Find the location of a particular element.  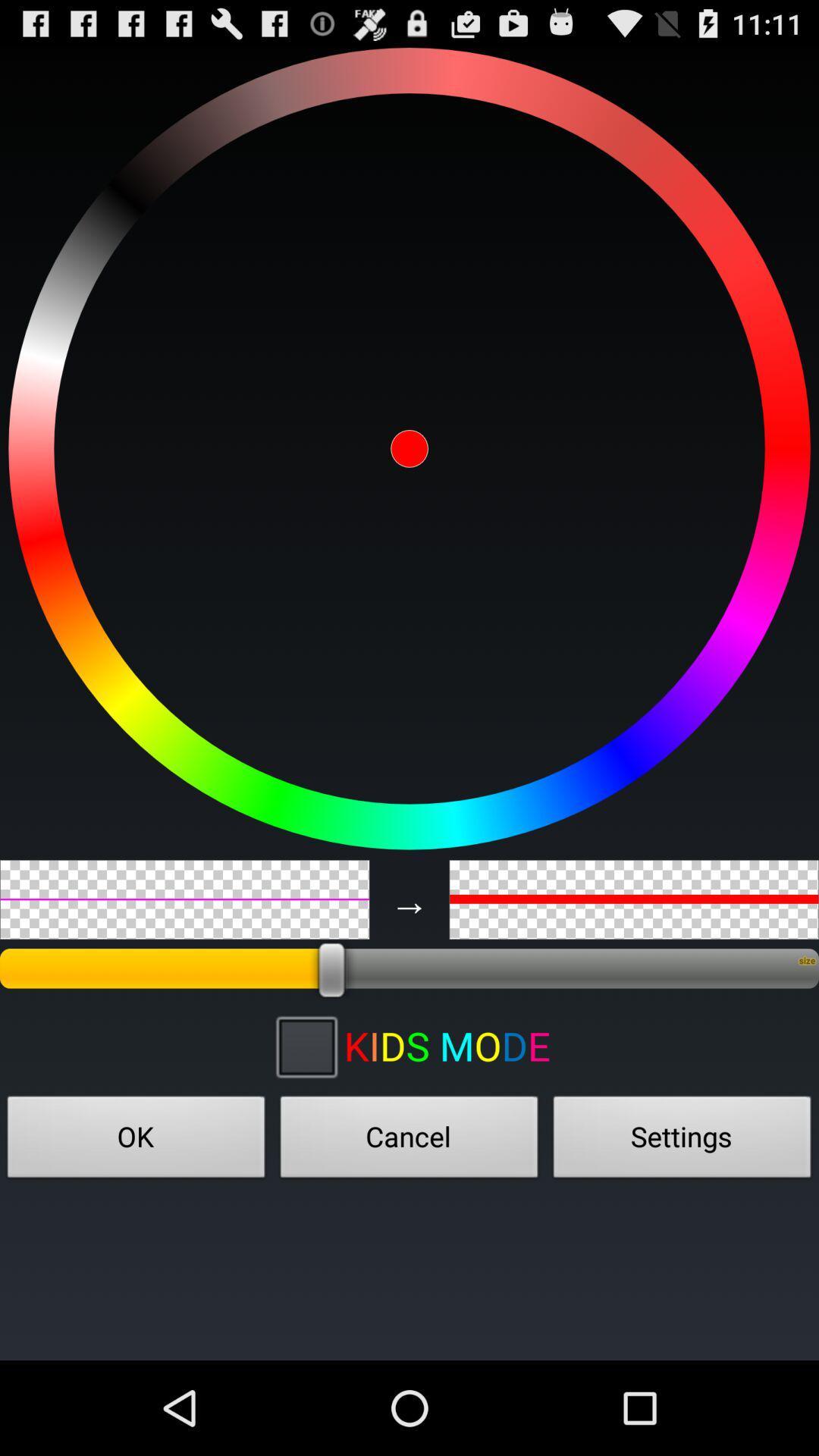

item next to the cancel item is located at coordinates (681, 1141).